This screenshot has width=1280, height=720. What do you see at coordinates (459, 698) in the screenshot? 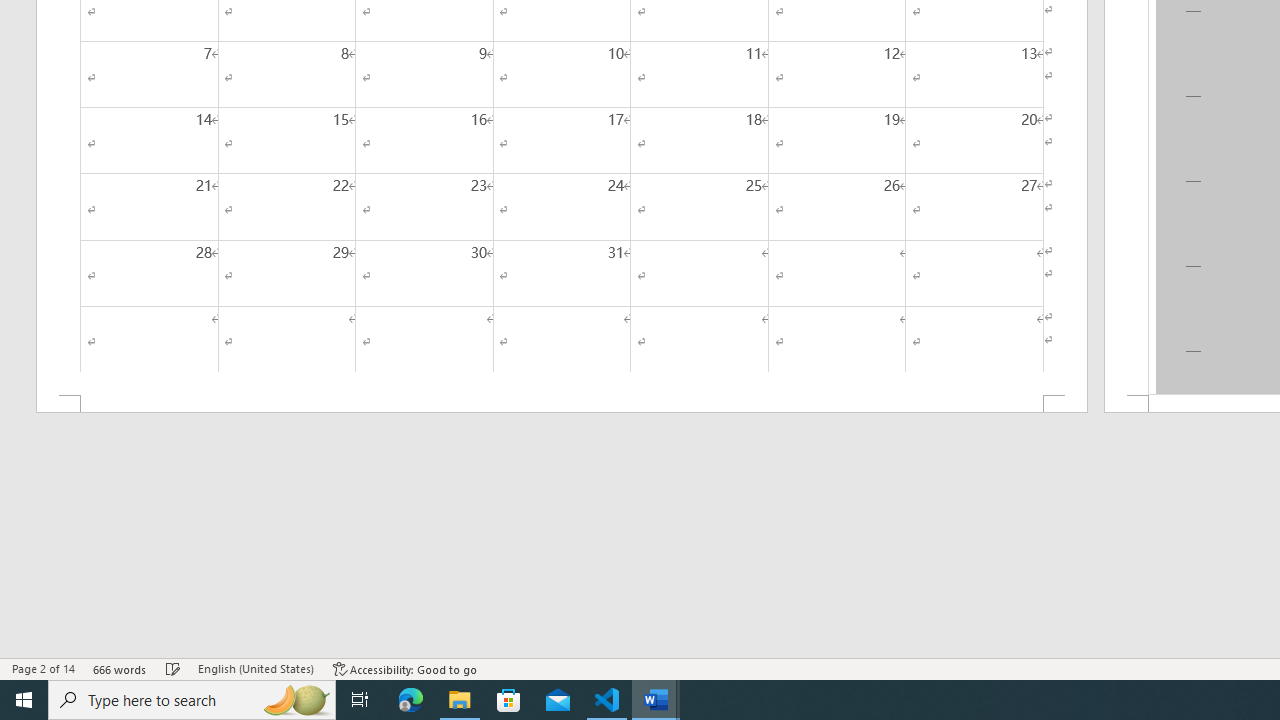
I see `'File Explorer - 1 running window'` at bounding box center [459, 698].